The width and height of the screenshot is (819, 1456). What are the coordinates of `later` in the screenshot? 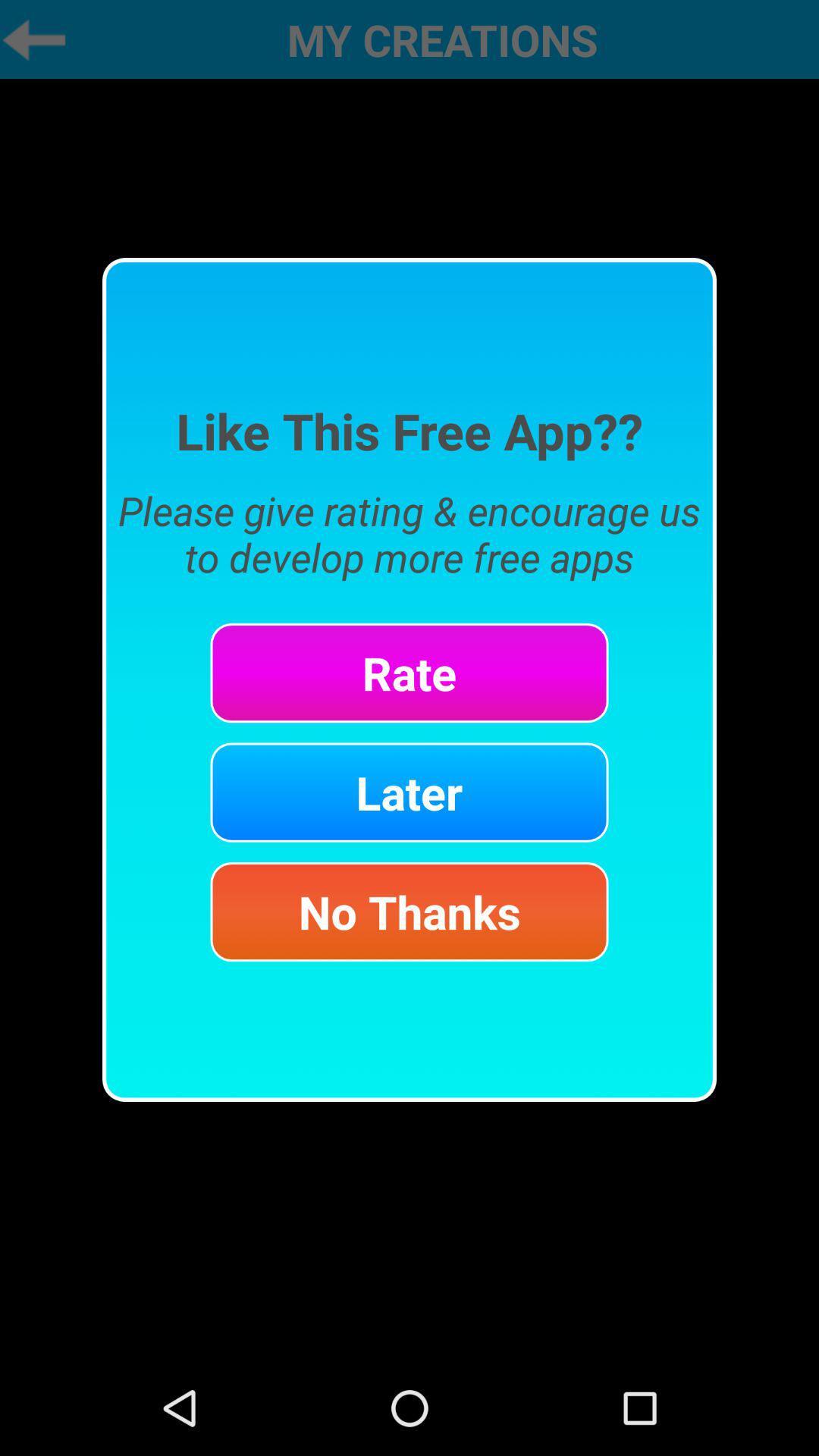 It's located at (409, 792).